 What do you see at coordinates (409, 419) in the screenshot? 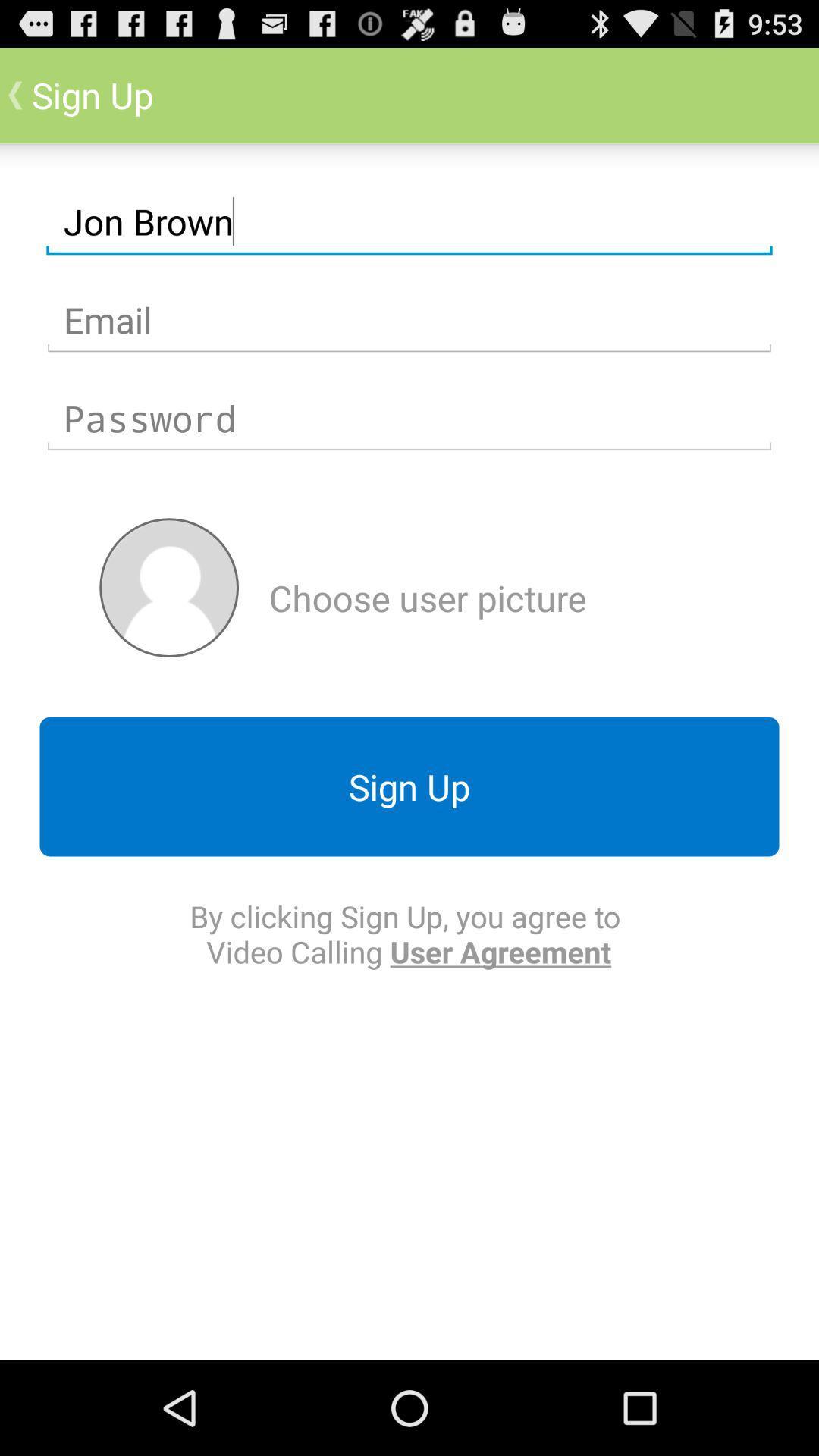
I see `password entry field` at bounding box center [409, 419].